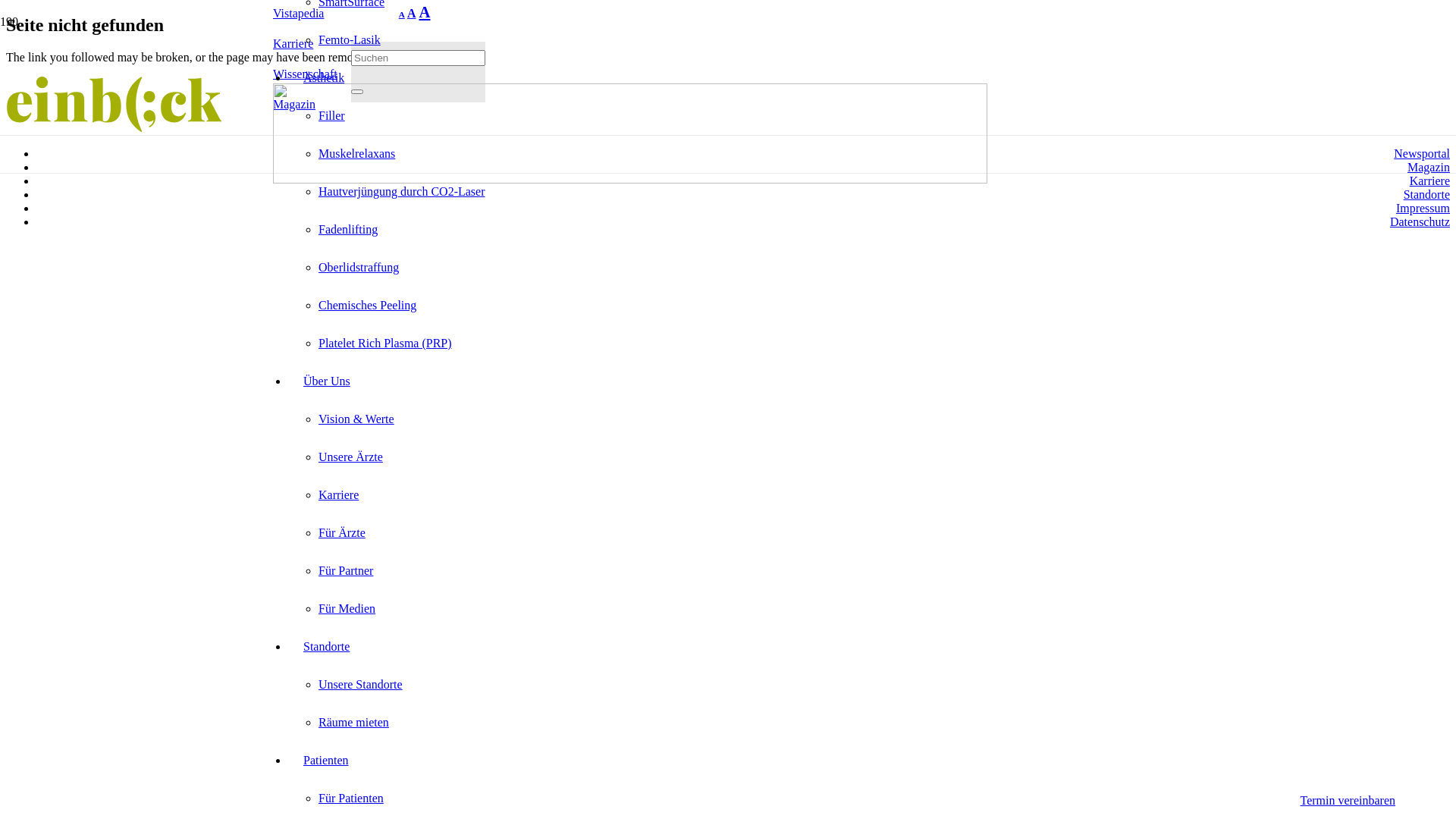 This screenshot has height=819, width=1456. Describe the element at coordinates (385, 343) in the screenshot. I see `'Platelet Rich Plasma (PRP)'` at that location.